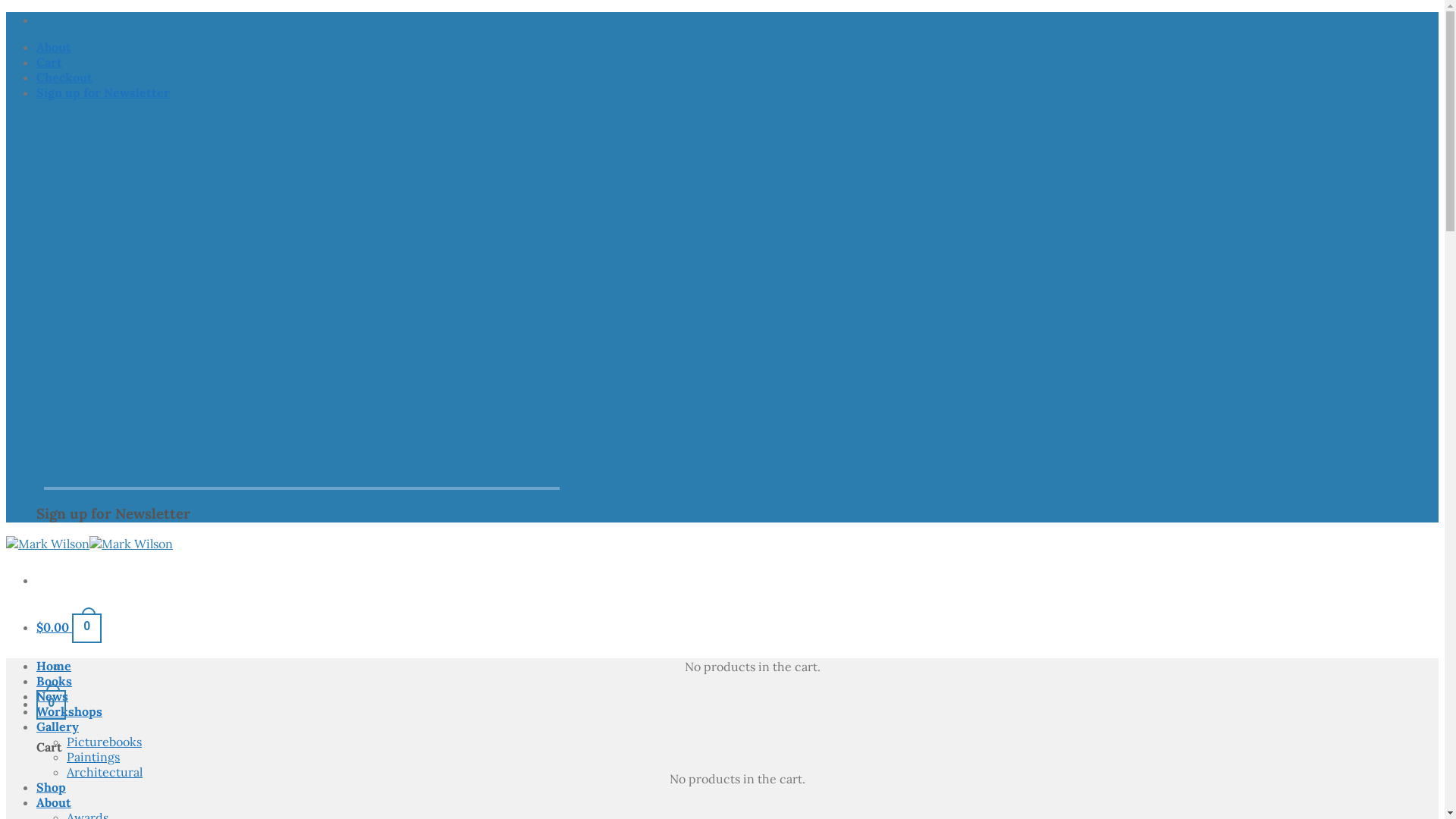  Describe the element at coordinates (36, 45) in the screenshot. I see `'About'` at that location.